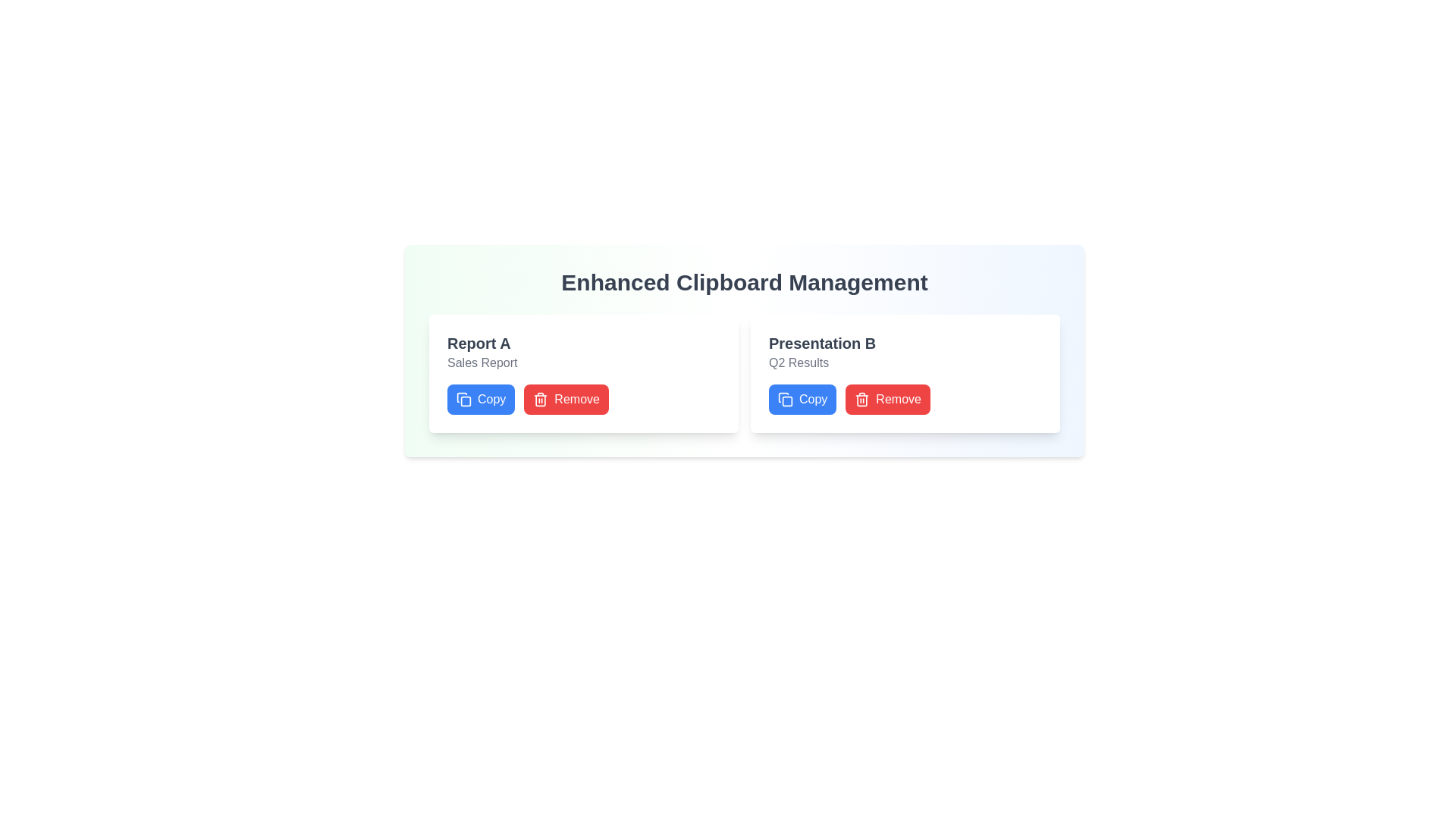  Describe the element at coordinates (566, 399) in the screenshot. I see `the 'Remove' button, which is a rectangular button with a red background and white text, styled to indicate interactivity and located at the bottom of the 'Report A' card` at that location.